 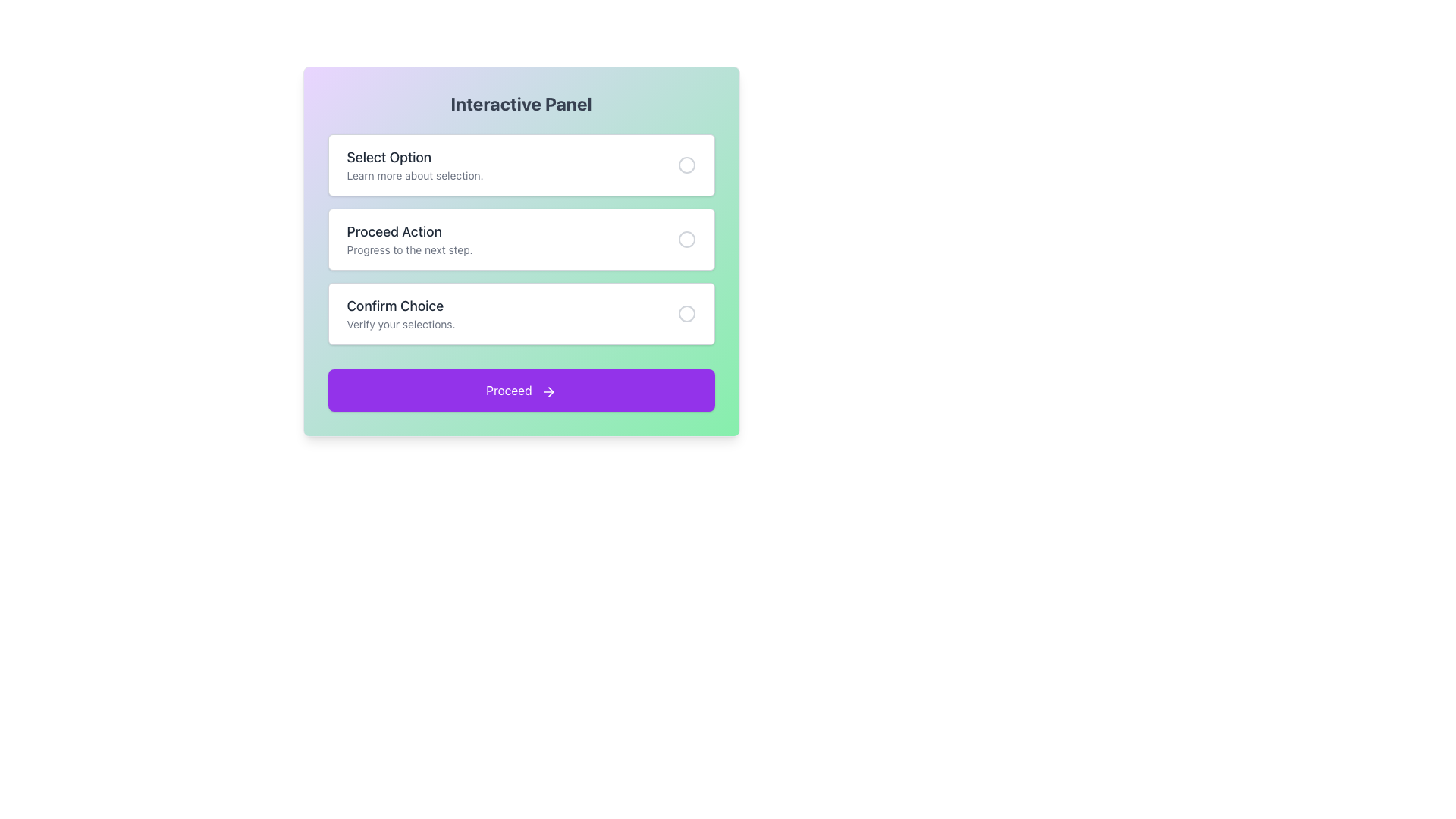 I want to click on the 'Proceed Action' button located in the second panel from the top, which has a white background and rounded corners, so click(x=521, y=250).